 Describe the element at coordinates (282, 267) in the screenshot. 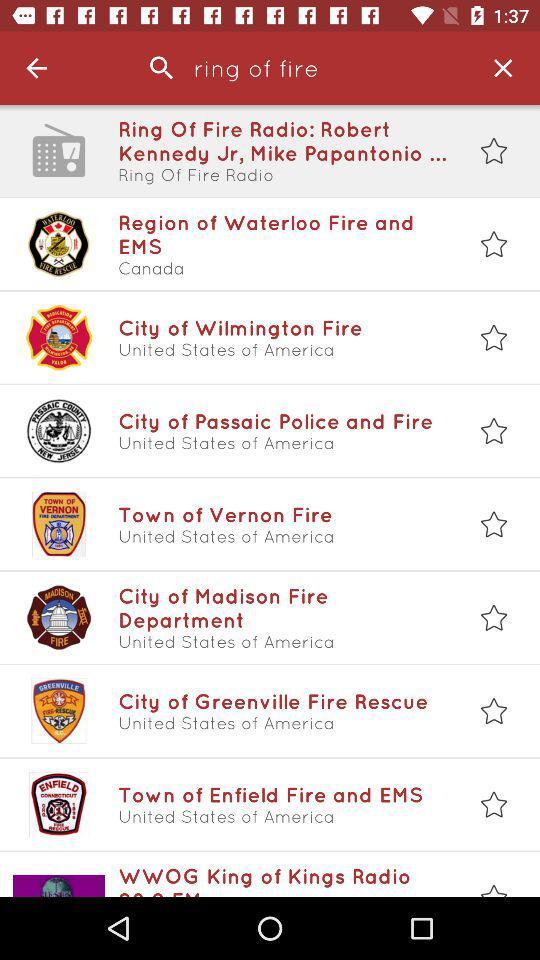

I see `item below region of waterloo icon` at that location.